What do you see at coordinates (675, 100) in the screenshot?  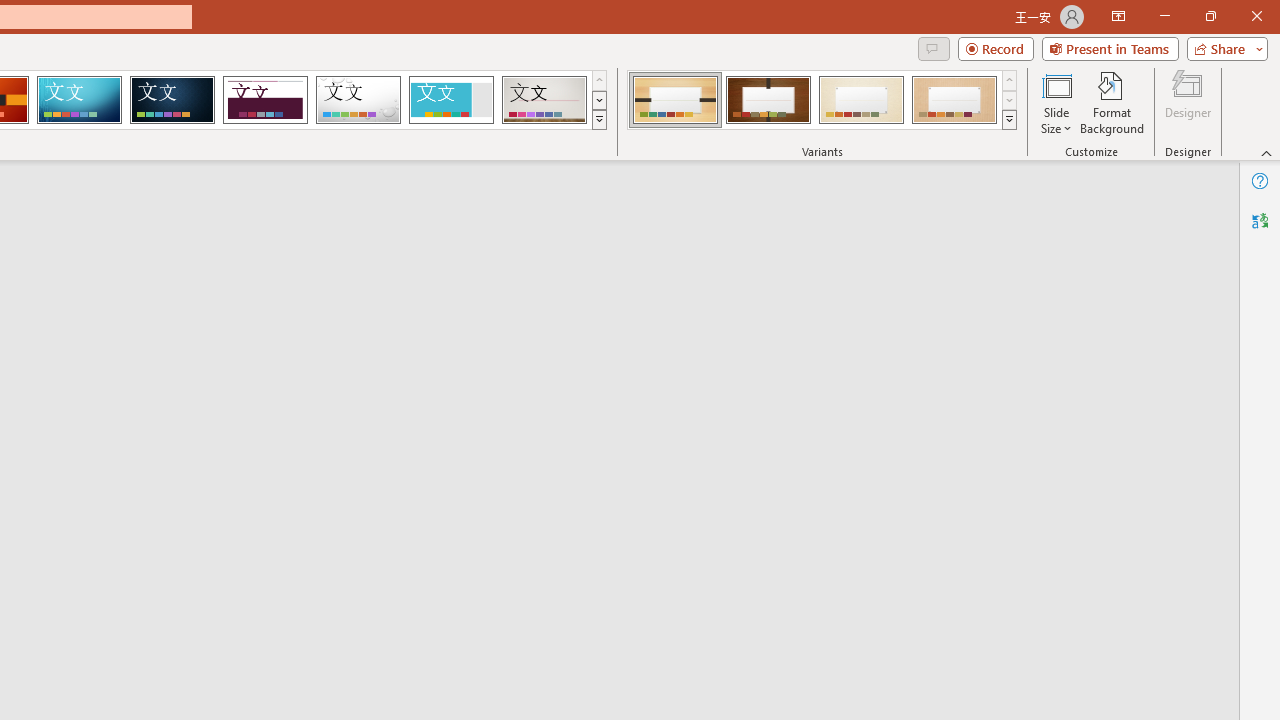 I see `'Organic Variant 1'` at bounding box center [675, 100].